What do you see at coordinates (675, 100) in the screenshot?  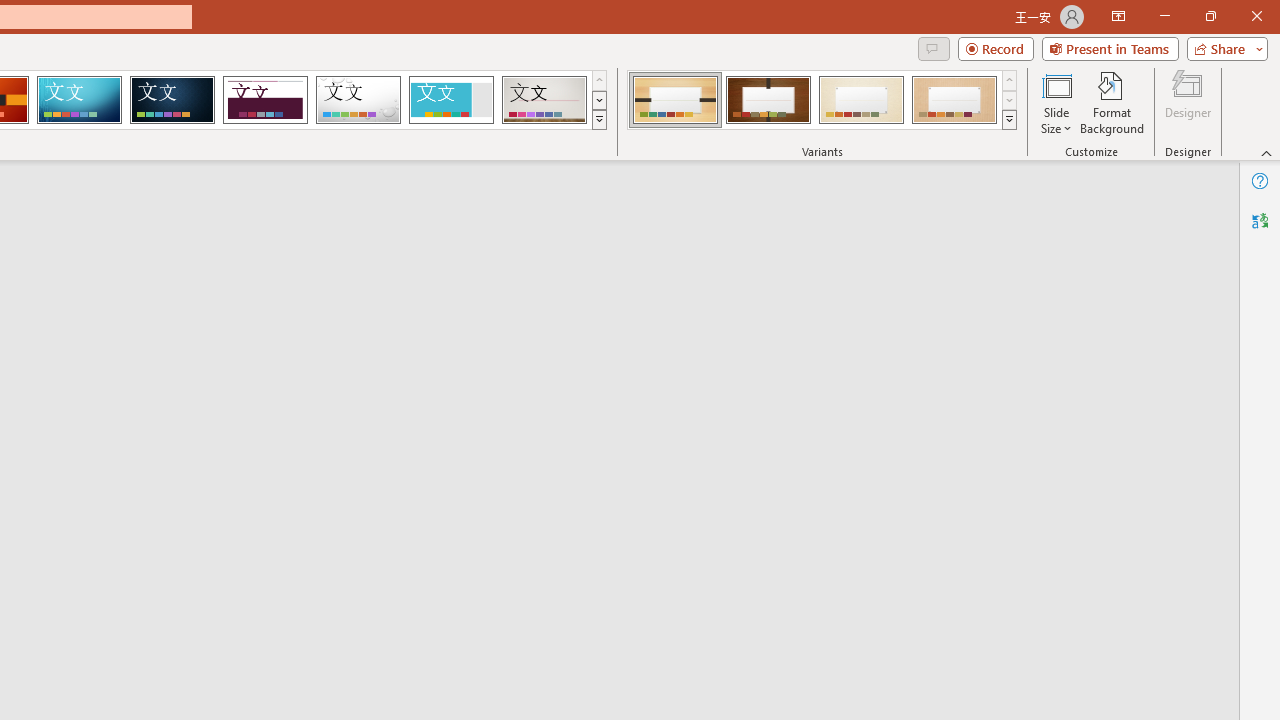 I see `'Organic Variant 1'` at bounding box center [675, 100].